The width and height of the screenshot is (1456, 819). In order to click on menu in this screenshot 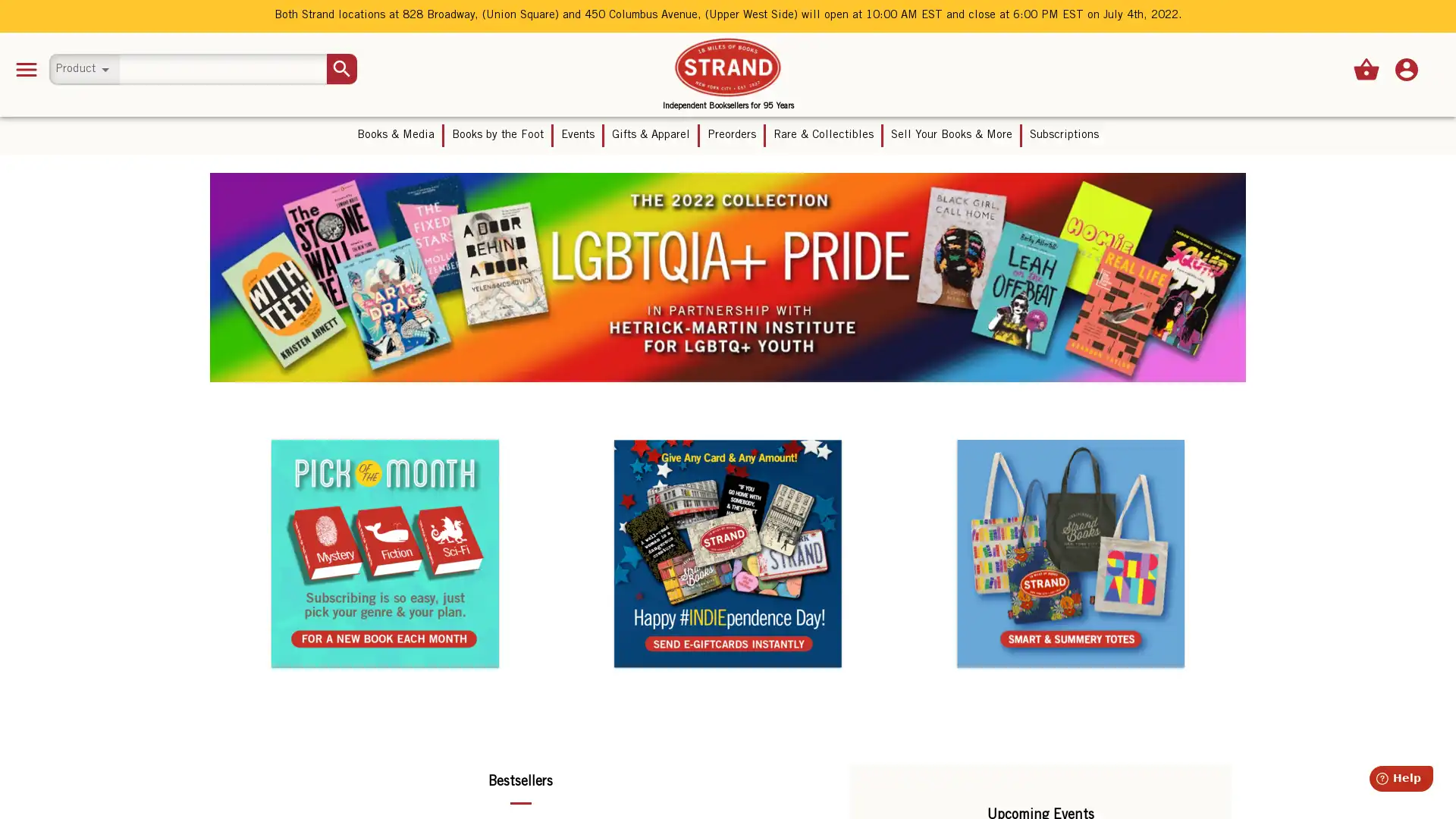, I will do `click(26, 69)`.